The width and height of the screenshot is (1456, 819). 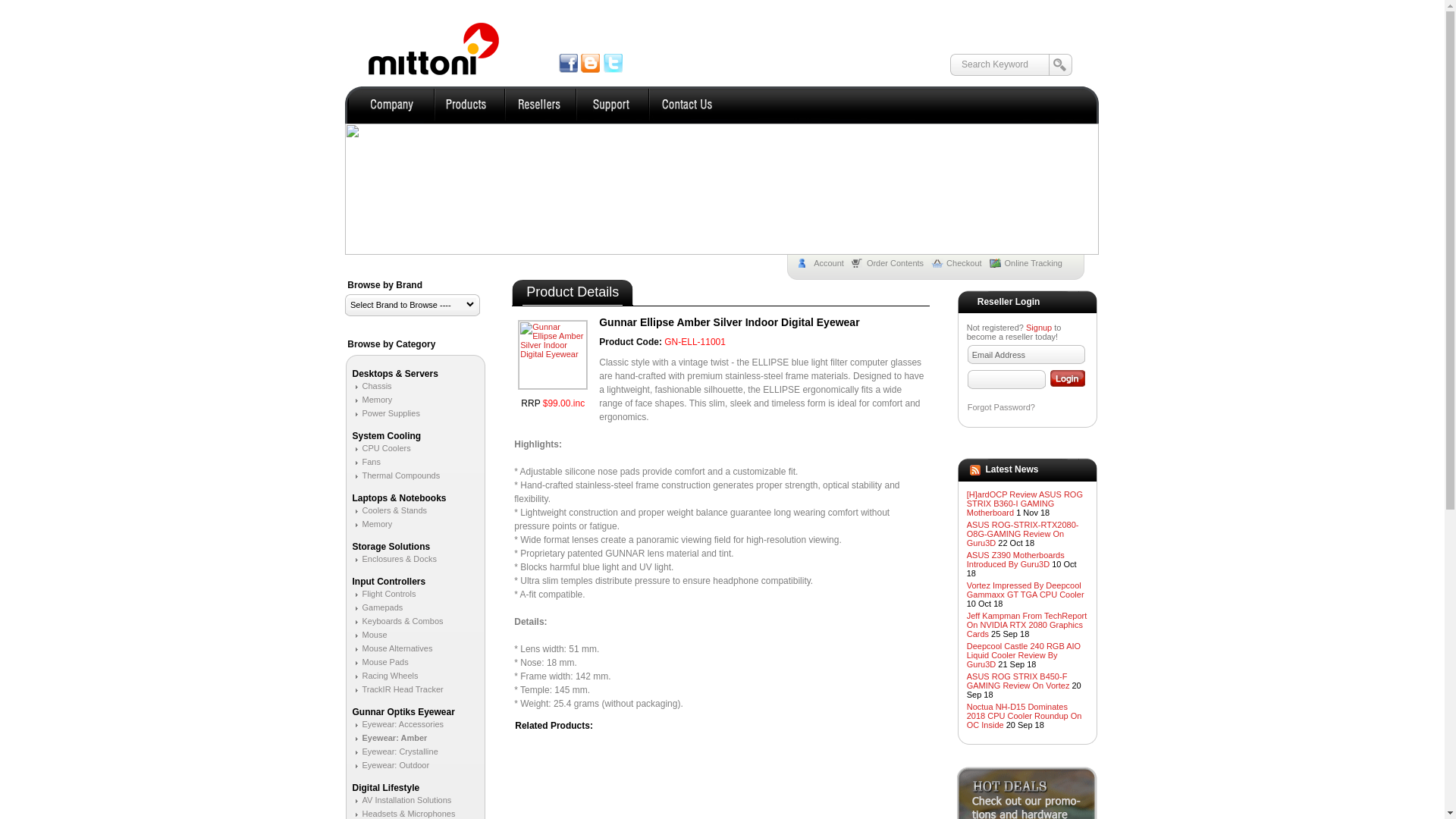 What do you see at coordinates (351, 736) in the screenshot?
I see `'Eyewear: Amber'` at bounding box center [351, 736].